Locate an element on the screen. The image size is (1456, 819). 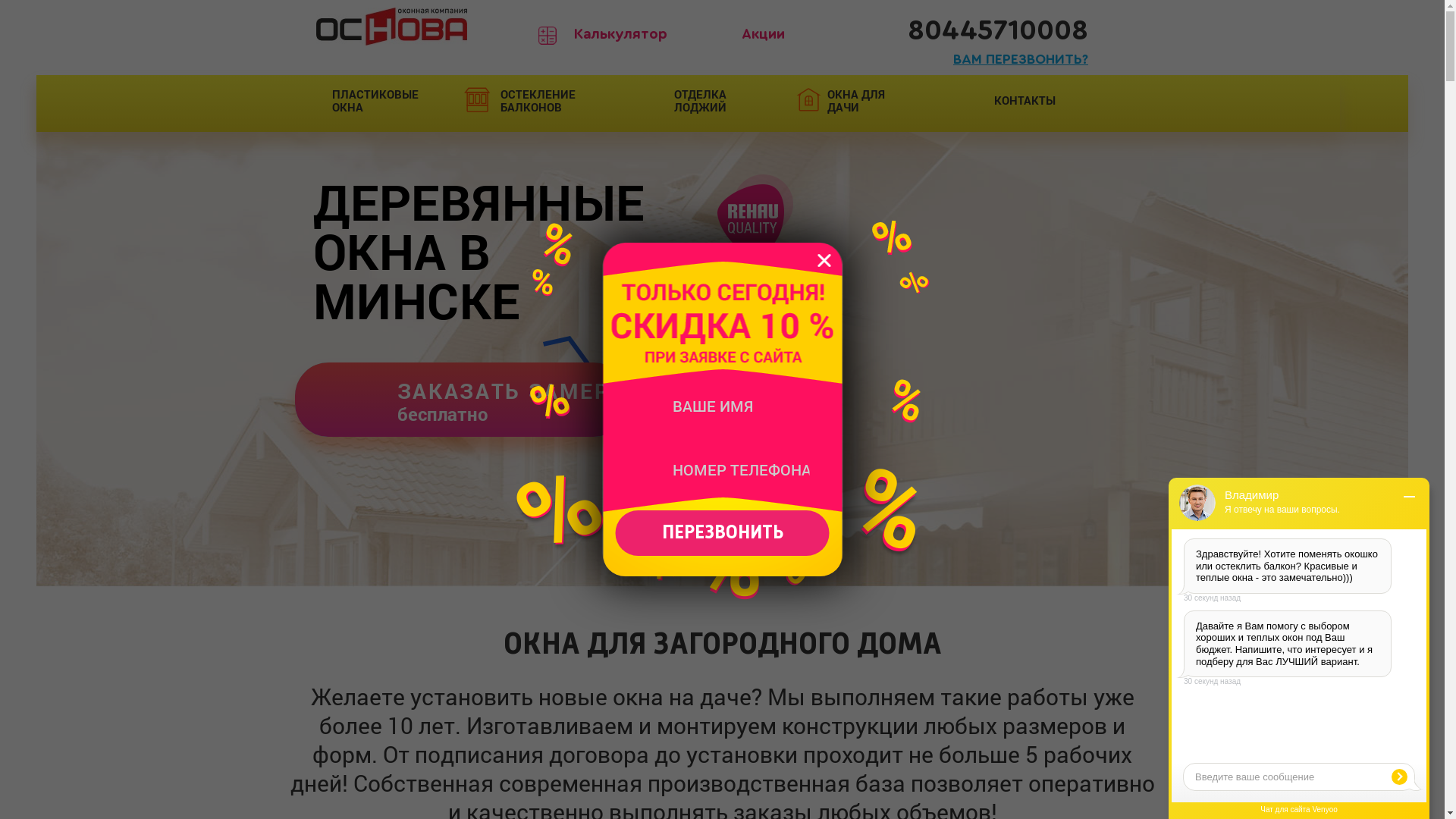
'80445710008' is located at coordinates (997, 30).